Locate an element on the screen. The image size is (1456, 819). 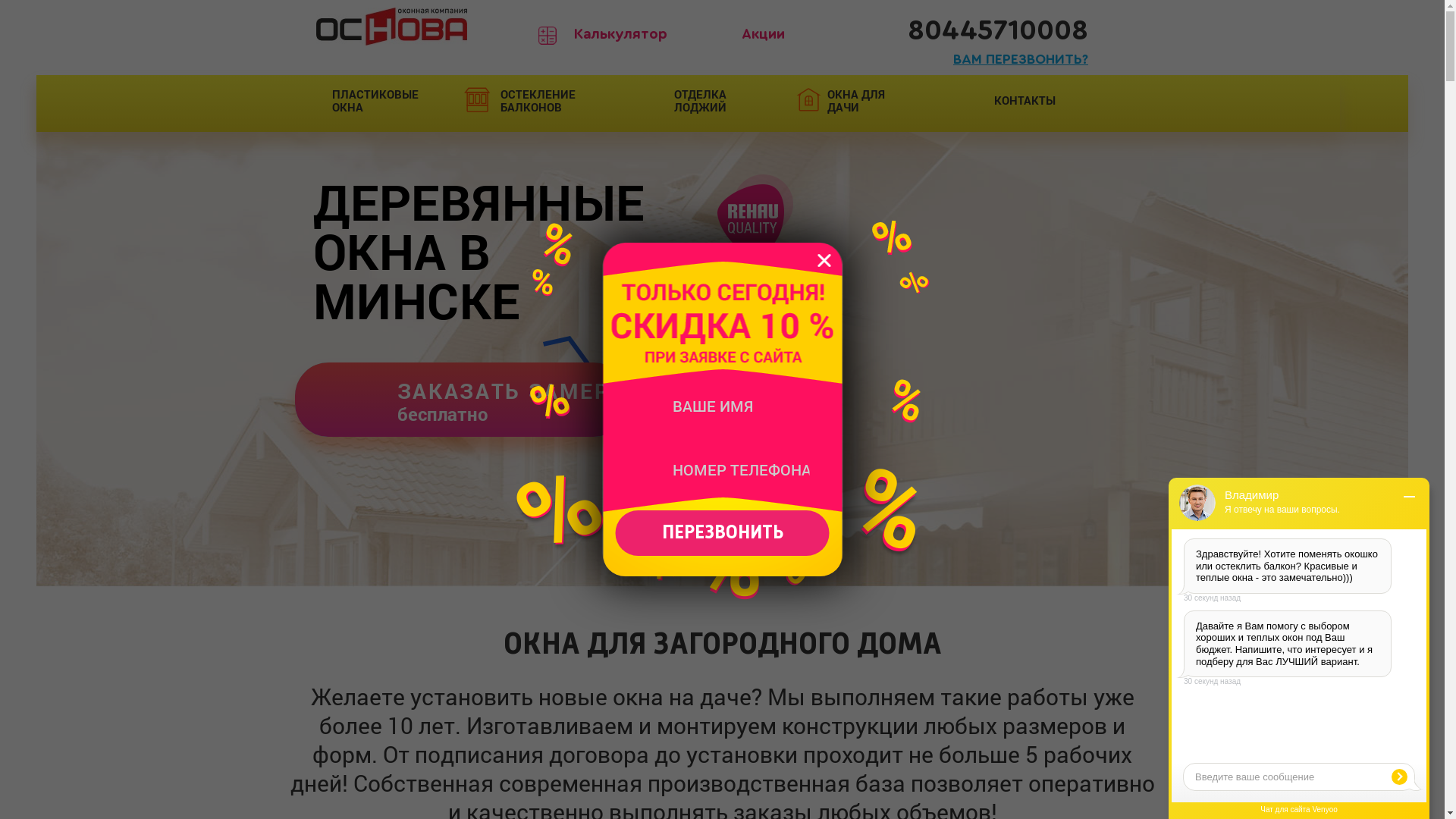
'80445710008' is located at coordinates (997, 30).